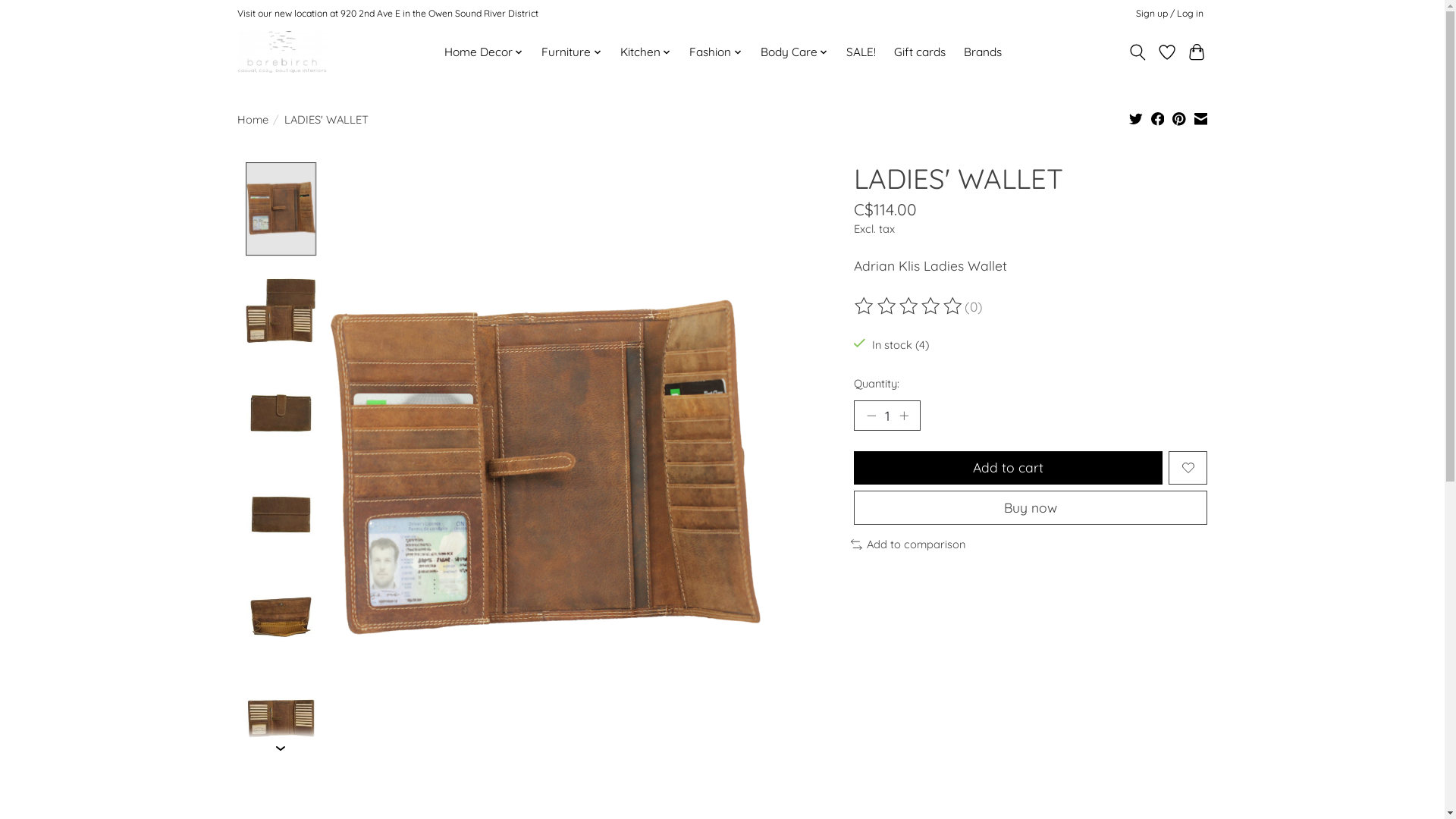  I want to click on 'Share on Twitter', so click(1135, 119).